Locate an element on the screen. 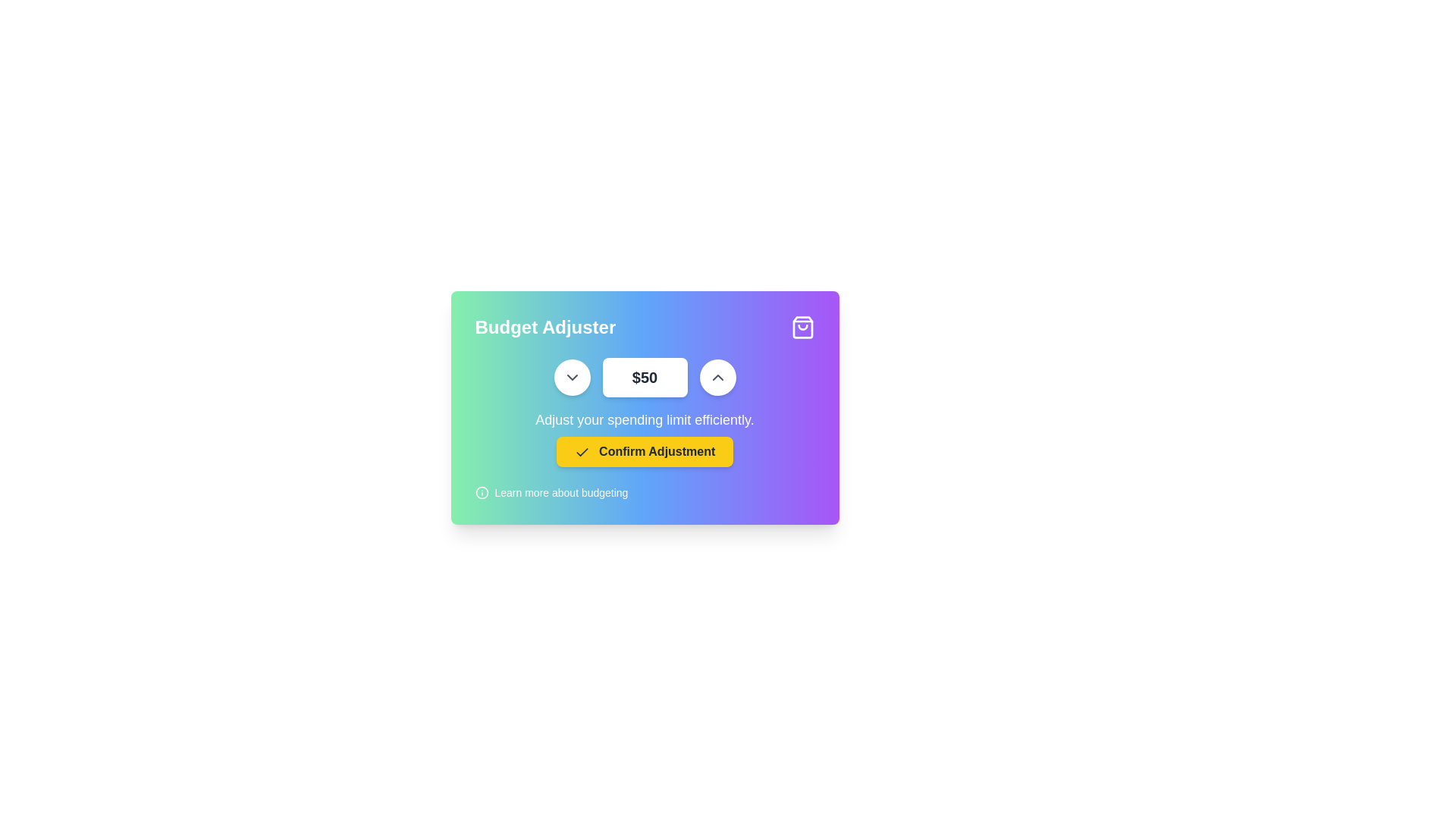 This screenshot has width=1456, height=819. the rectangular text display field showing the amount '$50' for potential interaction is located at coordinates (645, 376).